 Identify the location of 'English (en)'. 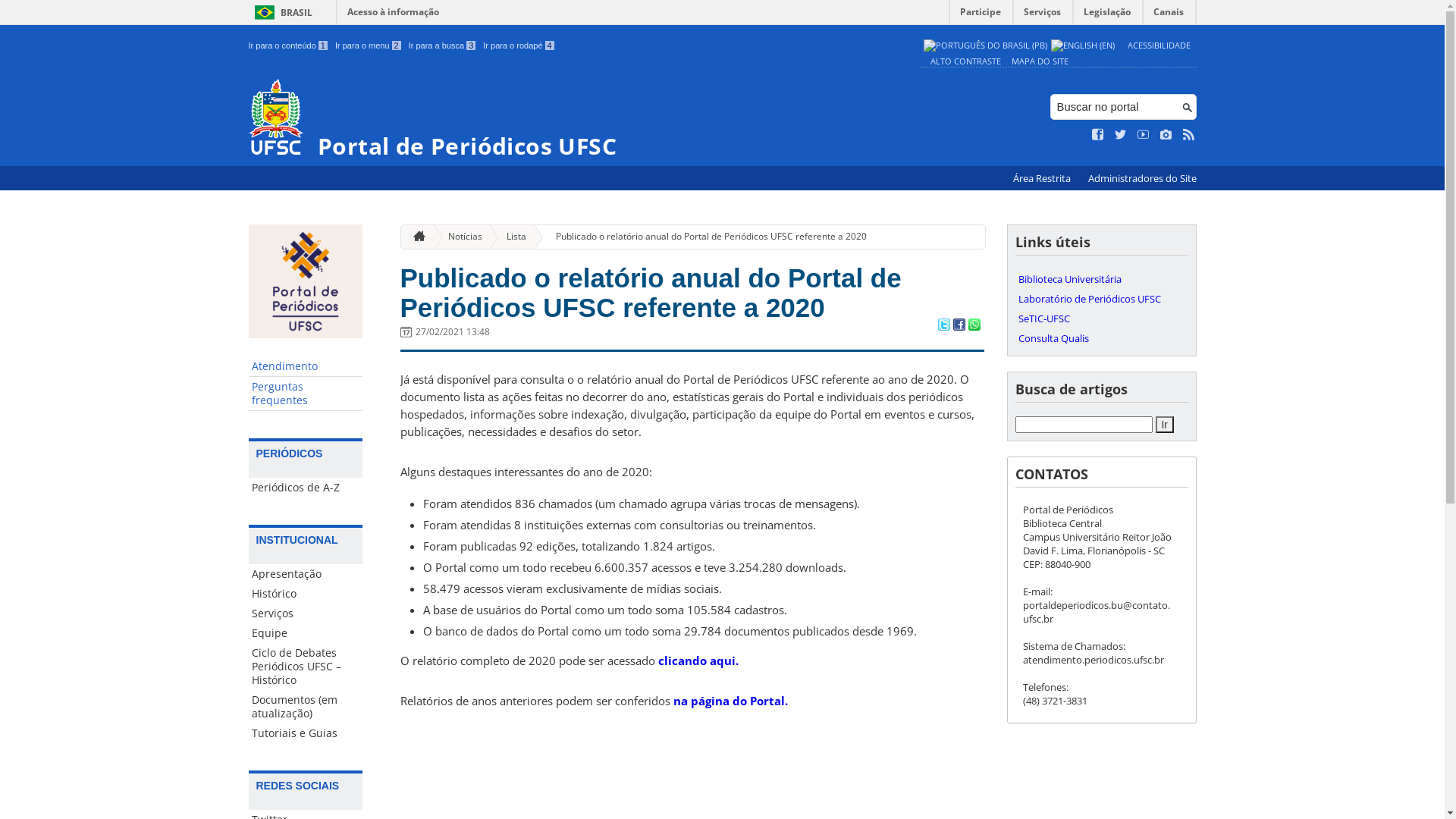
(1050, 44).